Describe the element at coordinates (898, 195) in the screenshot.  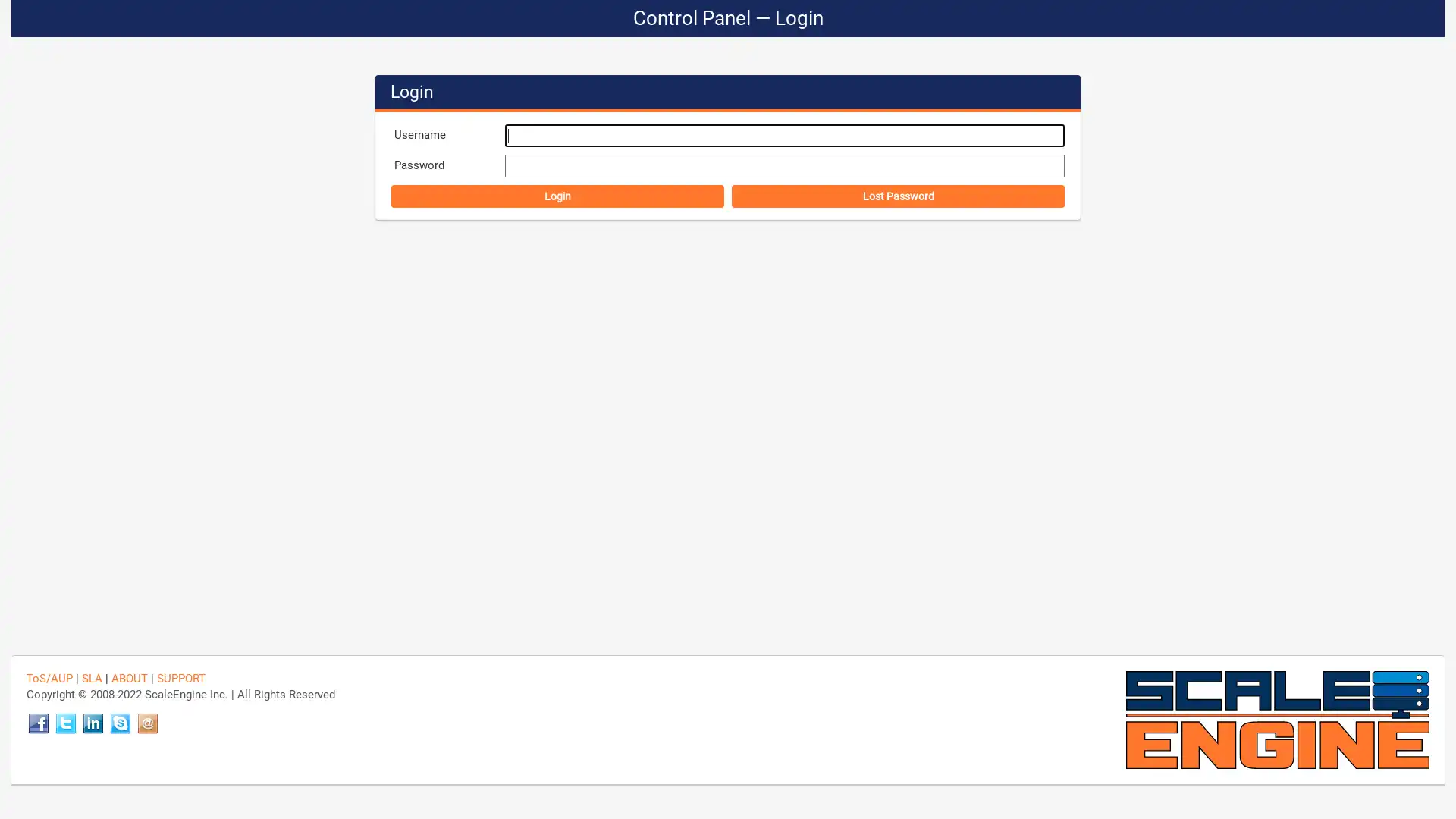
I see `Lost Password` at that location.